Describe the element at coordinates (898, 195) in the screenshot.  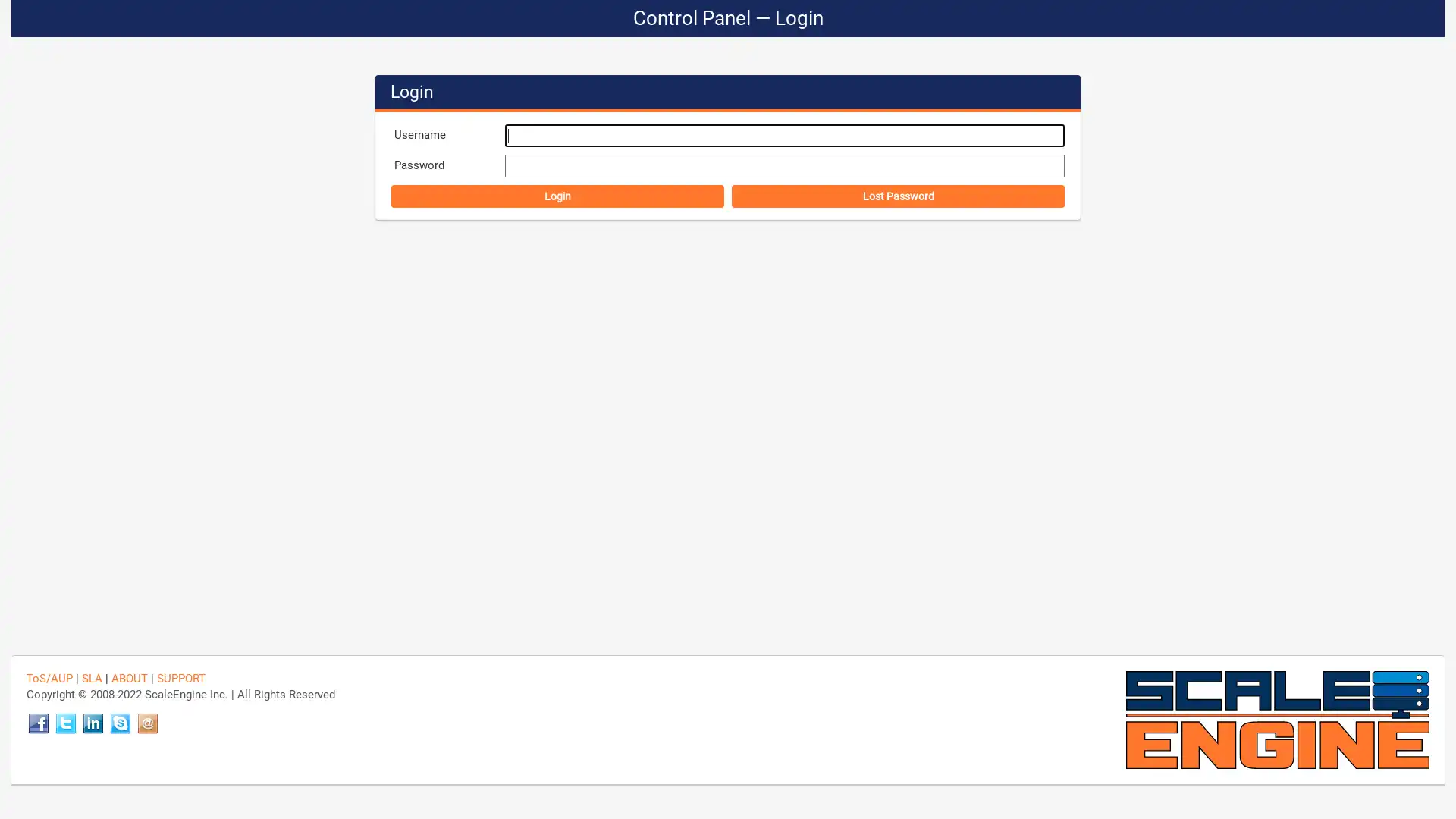
I see `Lost Password` at that location.